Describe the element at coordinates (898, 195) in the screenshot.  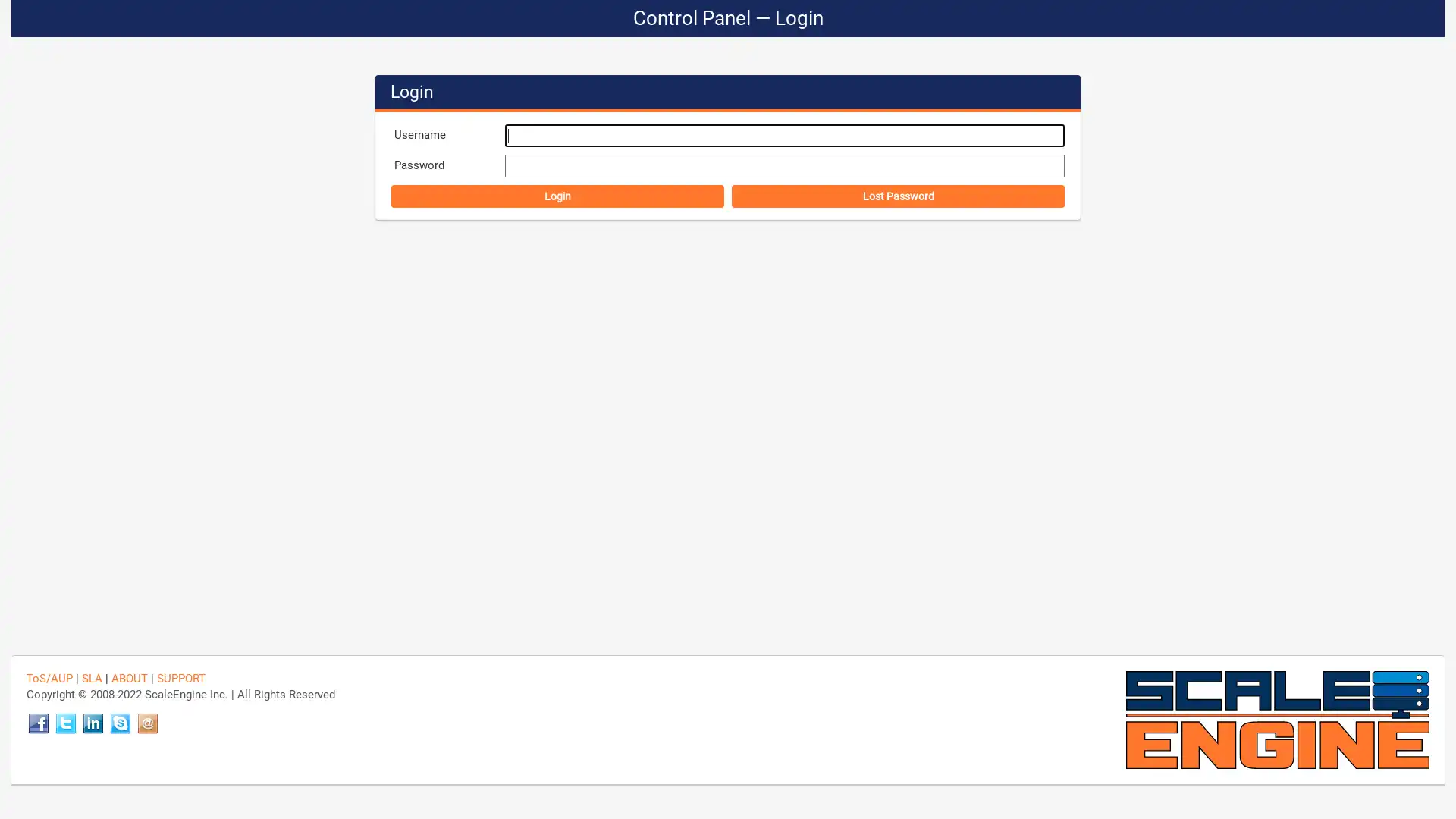
I see `Lost Password` at that location.